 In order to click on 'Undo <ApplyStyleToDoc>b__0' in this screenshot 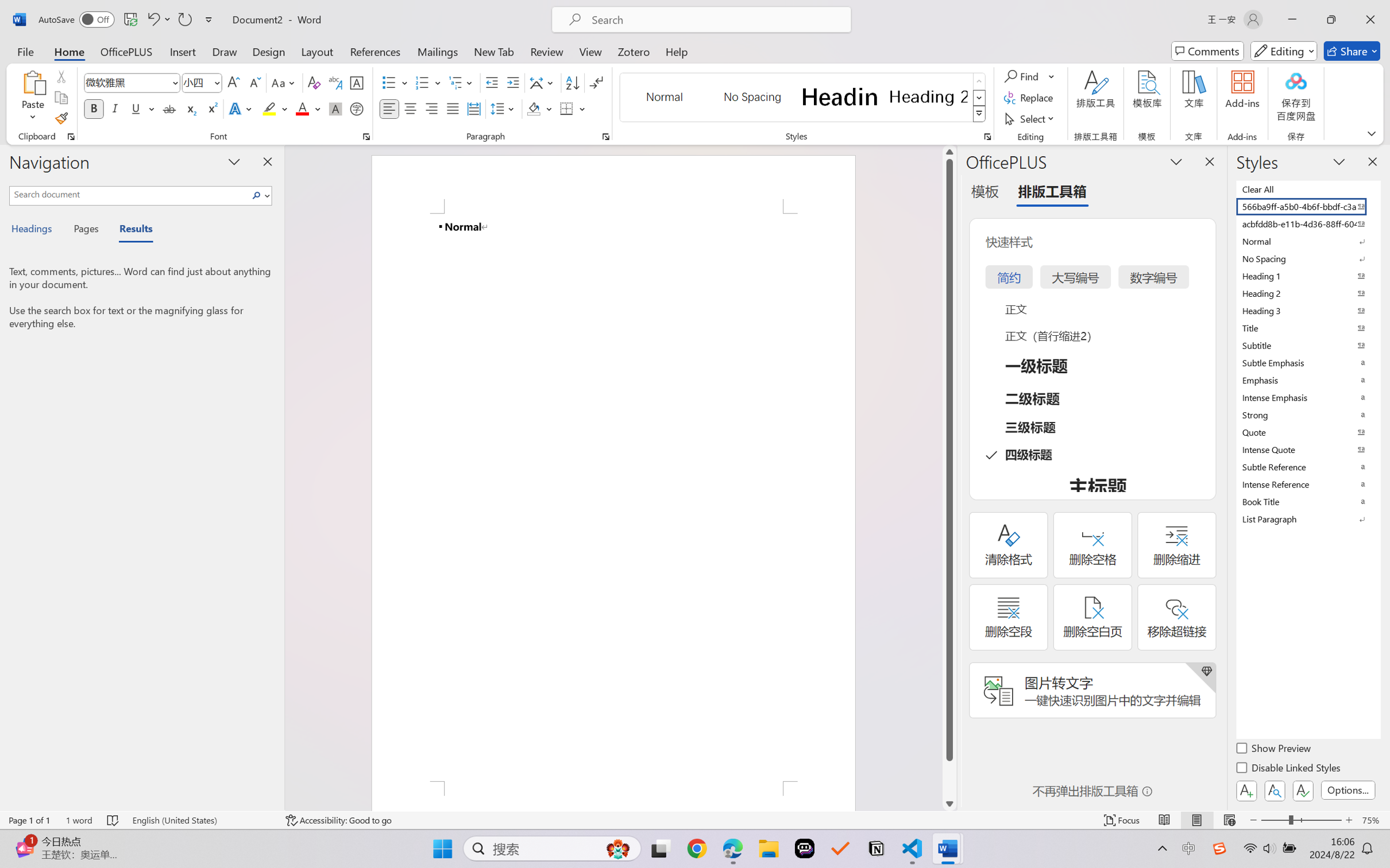, I will do `click(152, 19)`.